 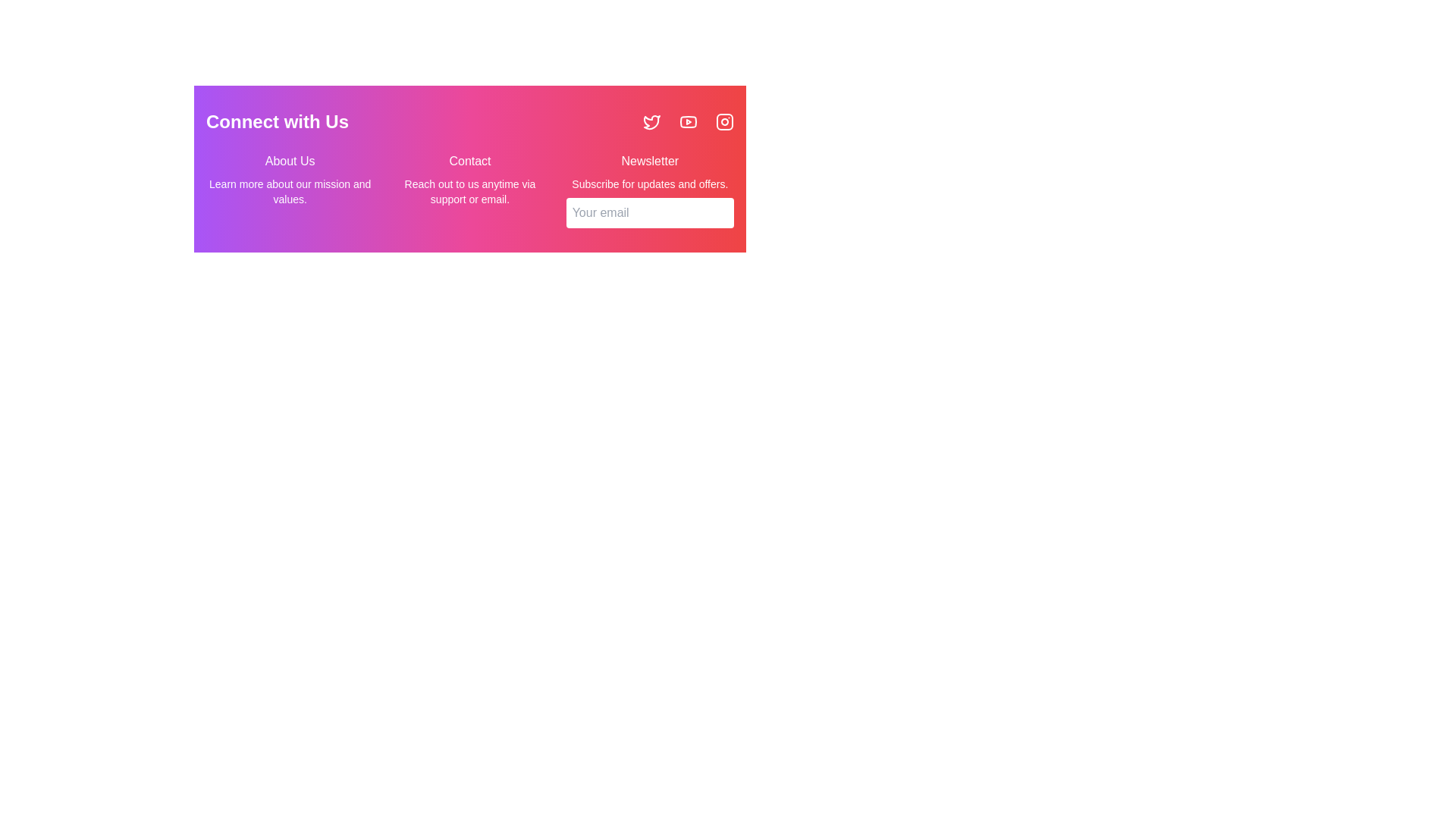 I want to click on the bold text label that states 'About Us', which is positioned in the top-left region above the descriptive text within a gradient-colored section, so click(x=290, y=161).